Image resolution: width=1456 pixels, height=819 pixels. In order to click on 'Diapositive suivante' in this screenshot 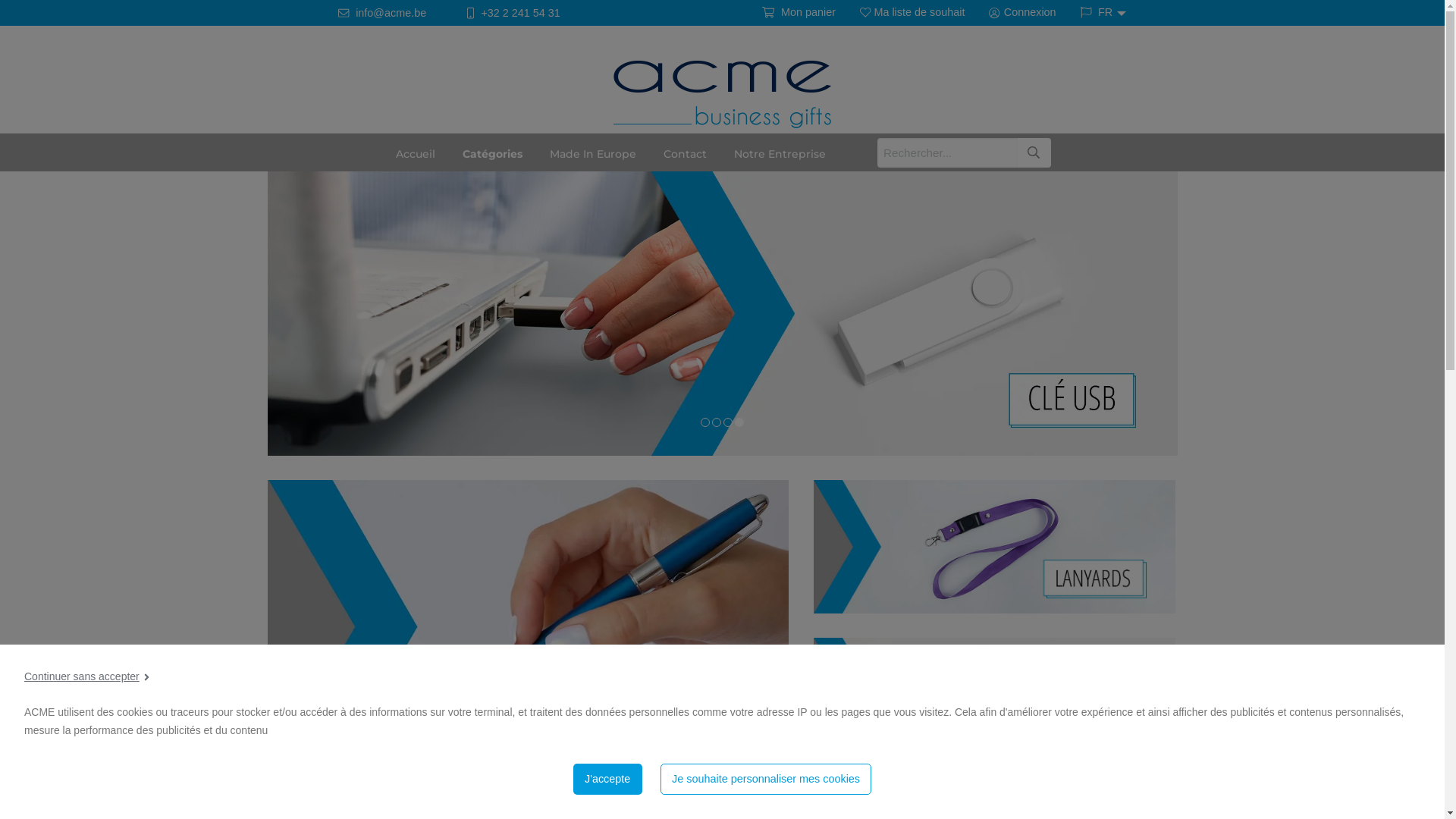, I will do `click(1427, 301)`.